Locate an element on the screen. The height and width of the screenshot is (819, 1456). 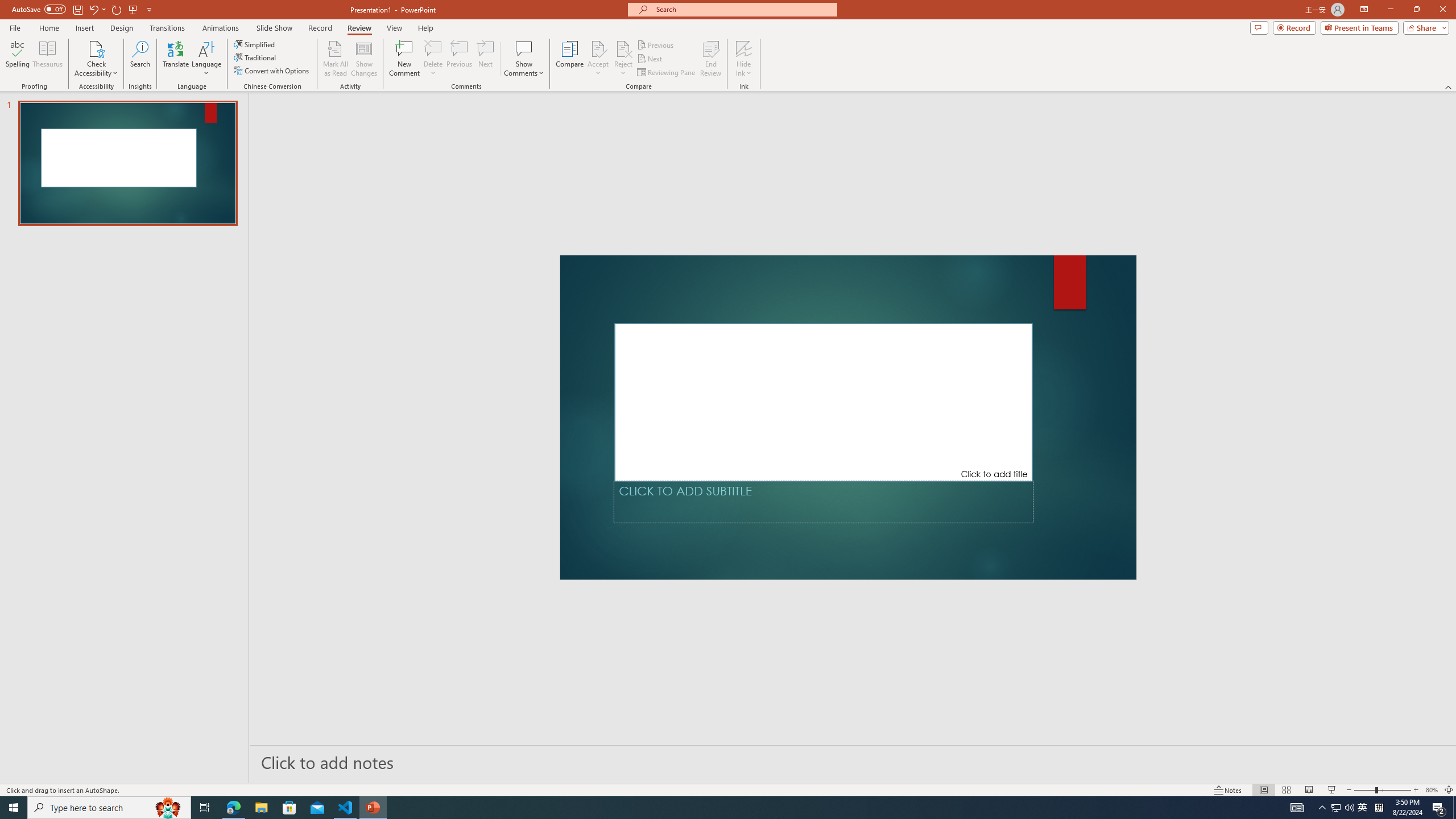
'Close' is located at coordinates (1442, 9).